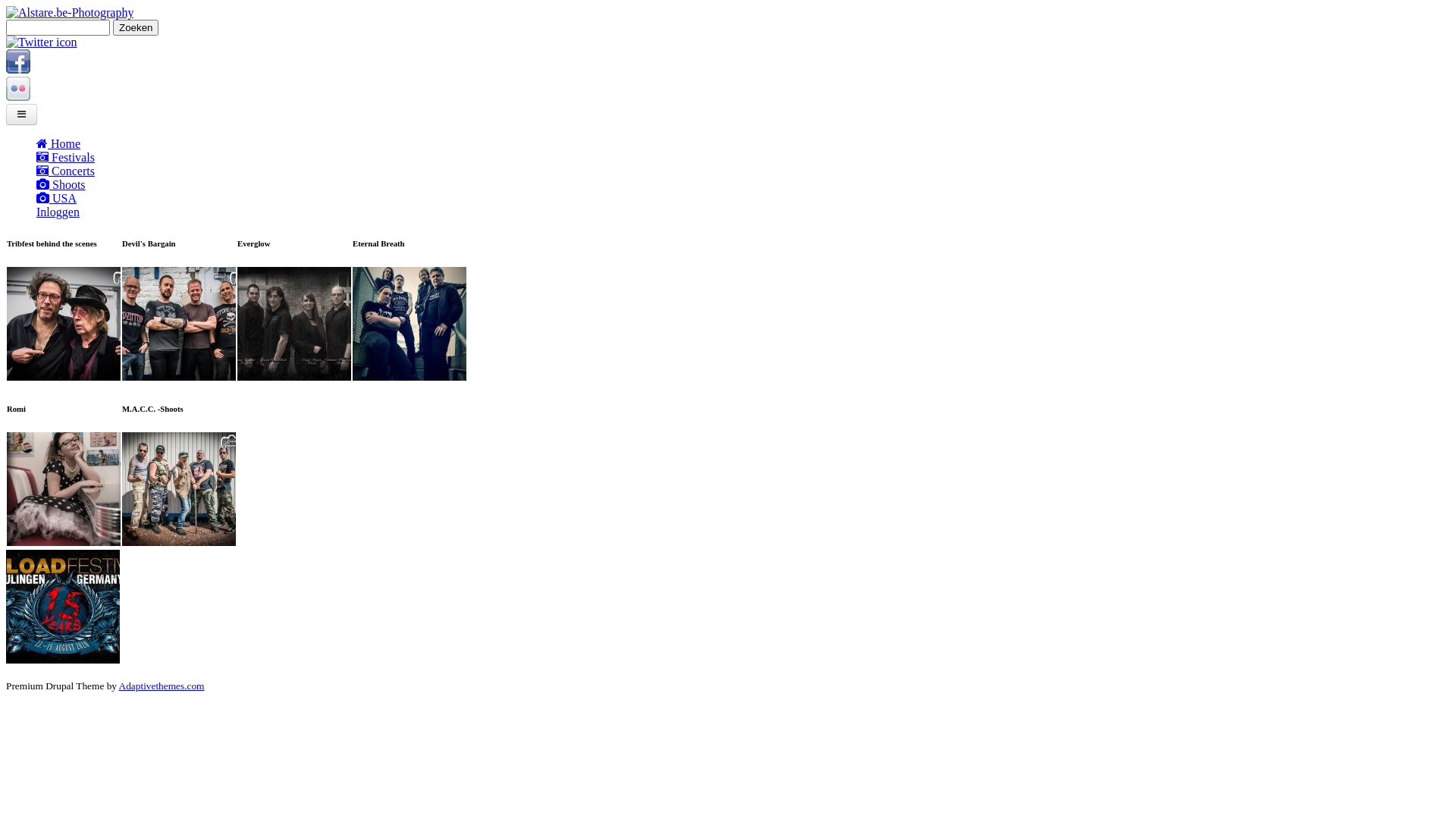 Image resolution: width=1456 pixels, height=819 pixels. Describe the element at coordinates (18, 69) in the screenshot. I see `'Visit Alstare.be on Facebook'` at that location.